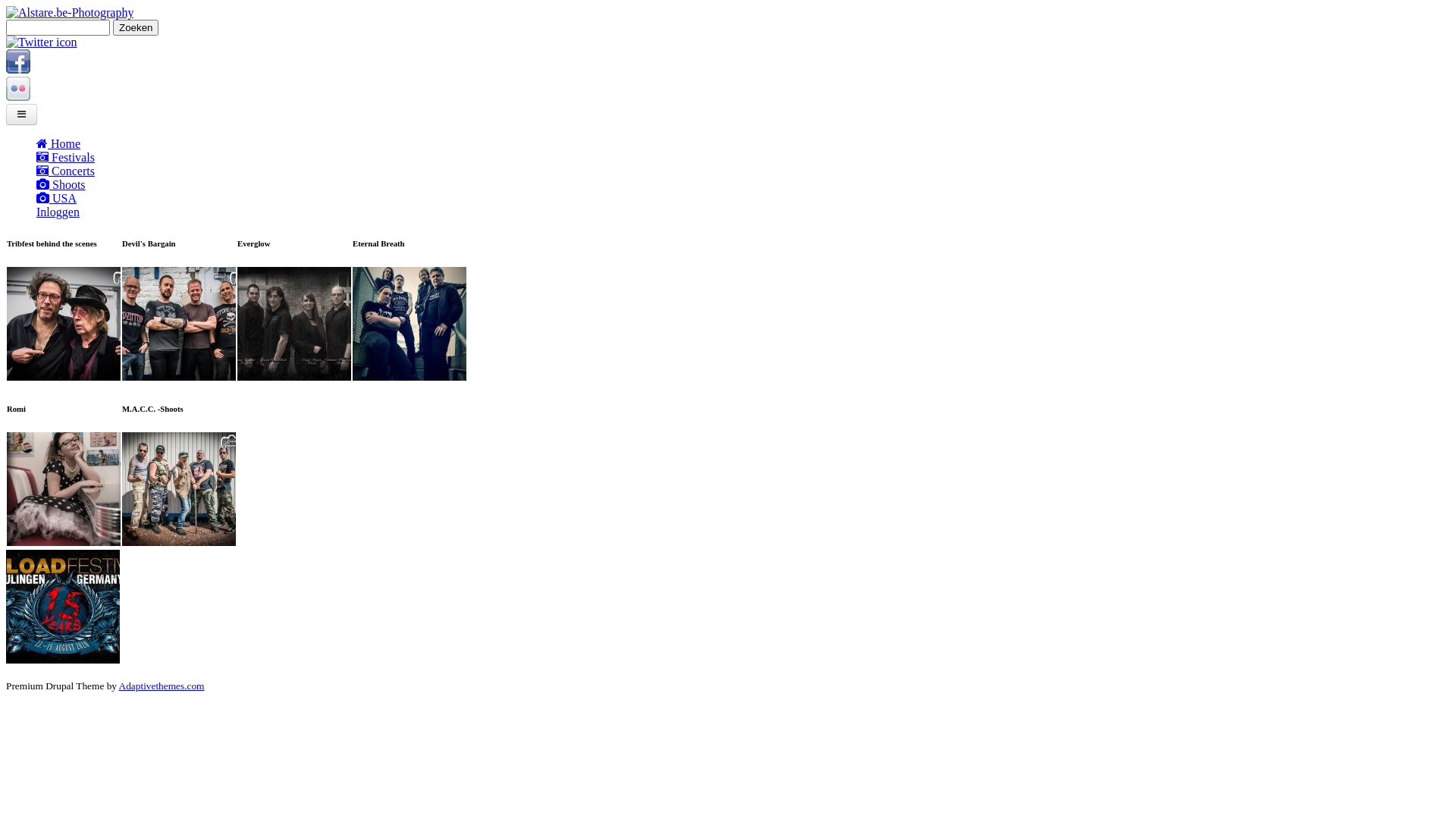 Image resolution: width=1456 pixels, height=819 pixels. Describe the element at coordinates (18, 69) in the screenshot. I see `'Visit Alstare.be on Facebook'` at that location.